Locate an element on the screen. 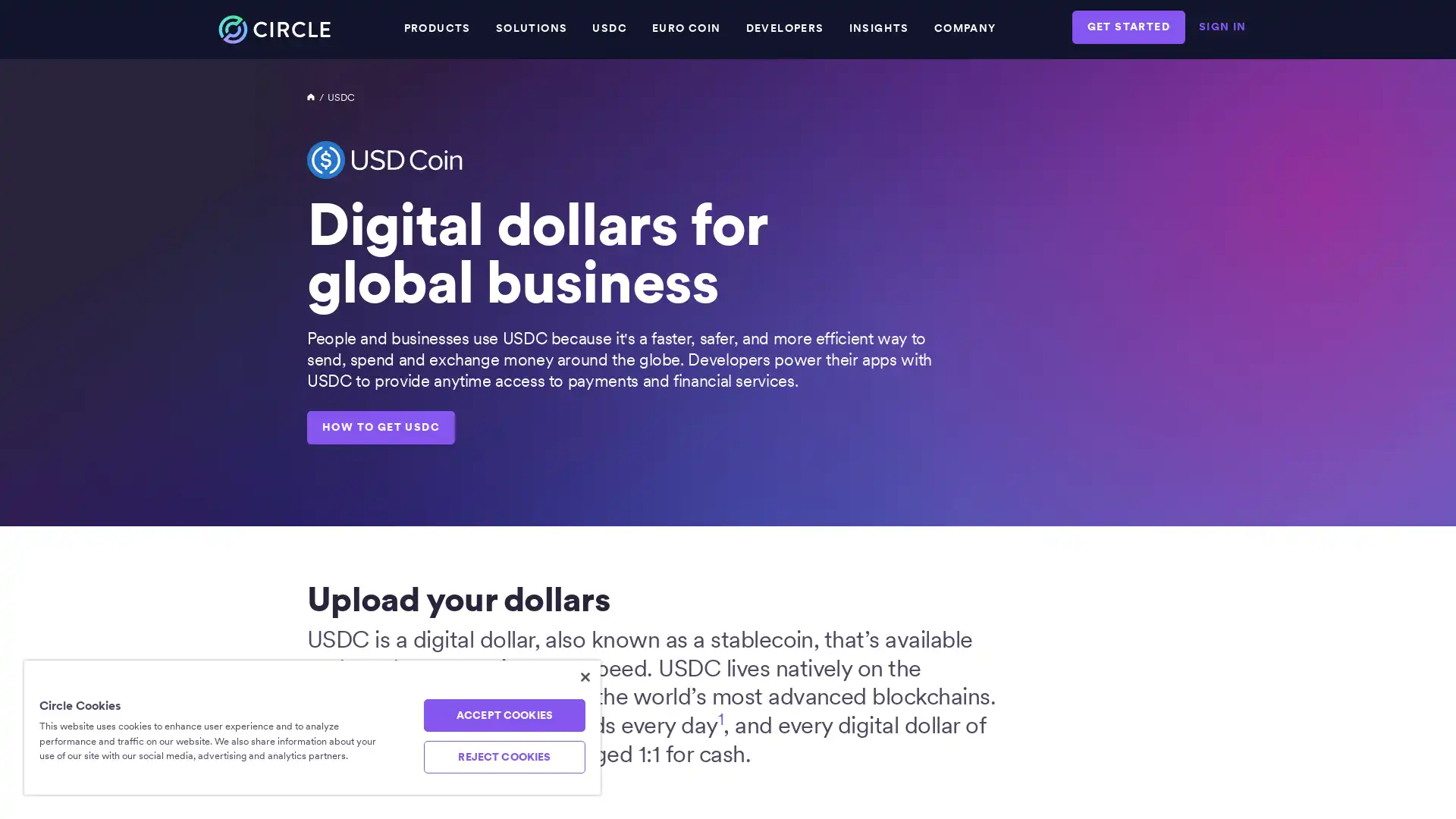  ACCEPT COOKIES is located at coordinates (504, 715).